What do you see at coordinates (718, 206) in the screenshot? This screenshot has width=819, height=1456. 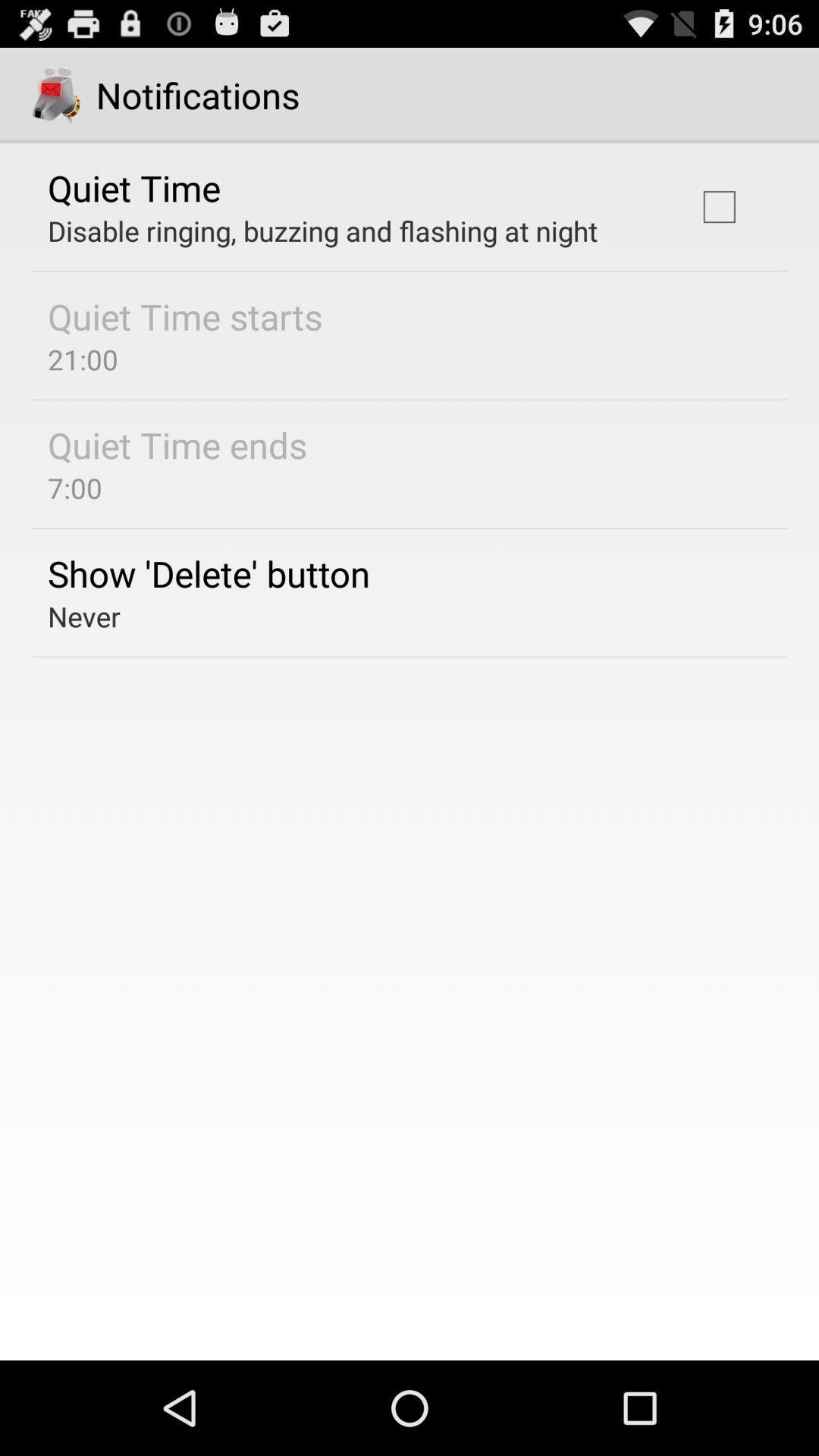 I see `the checkbox at the top right corner` at bounding box center [718, 206].